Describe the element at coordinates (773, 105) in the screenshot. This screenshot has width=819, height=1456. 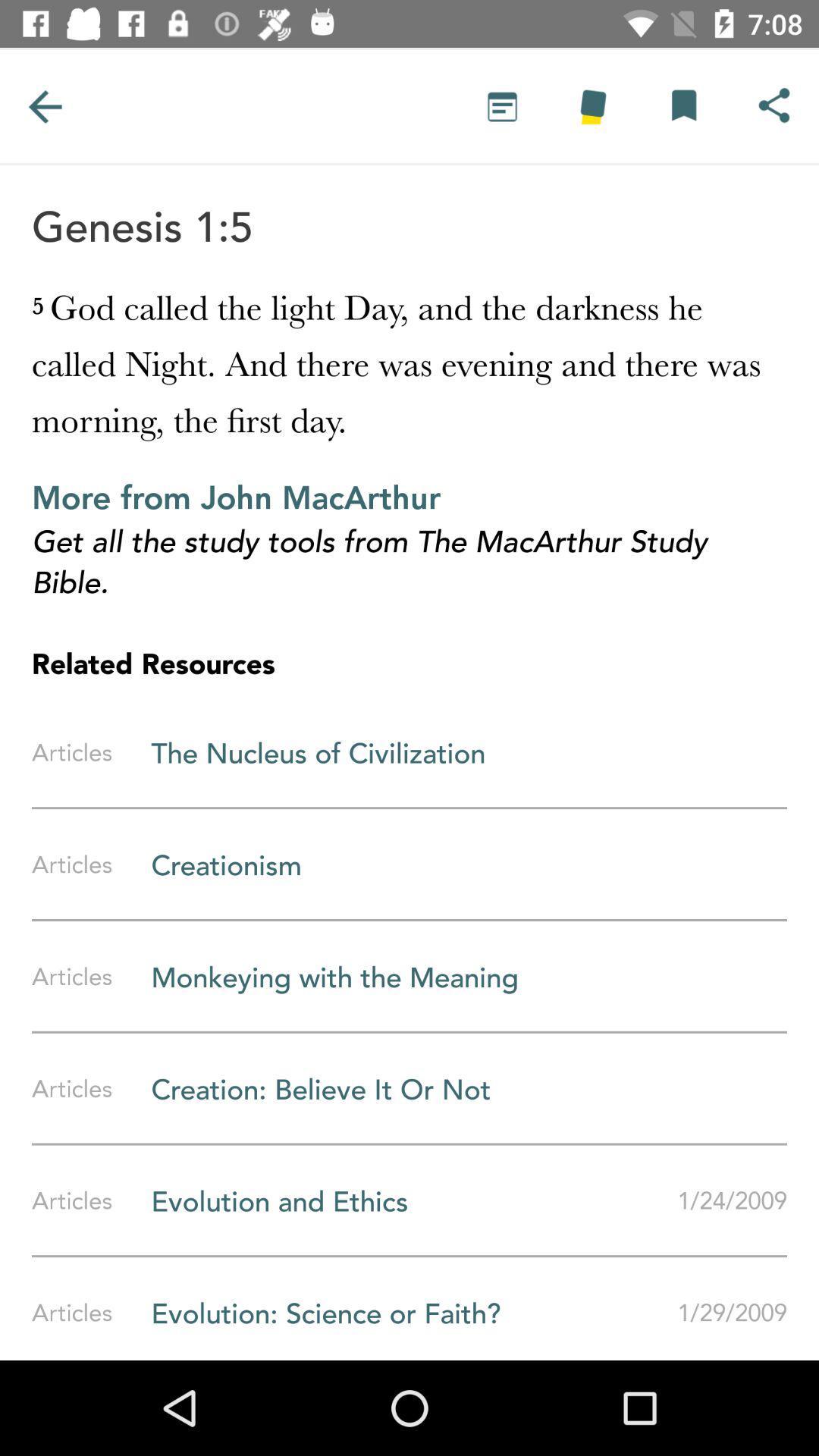
I see `share` at that location.